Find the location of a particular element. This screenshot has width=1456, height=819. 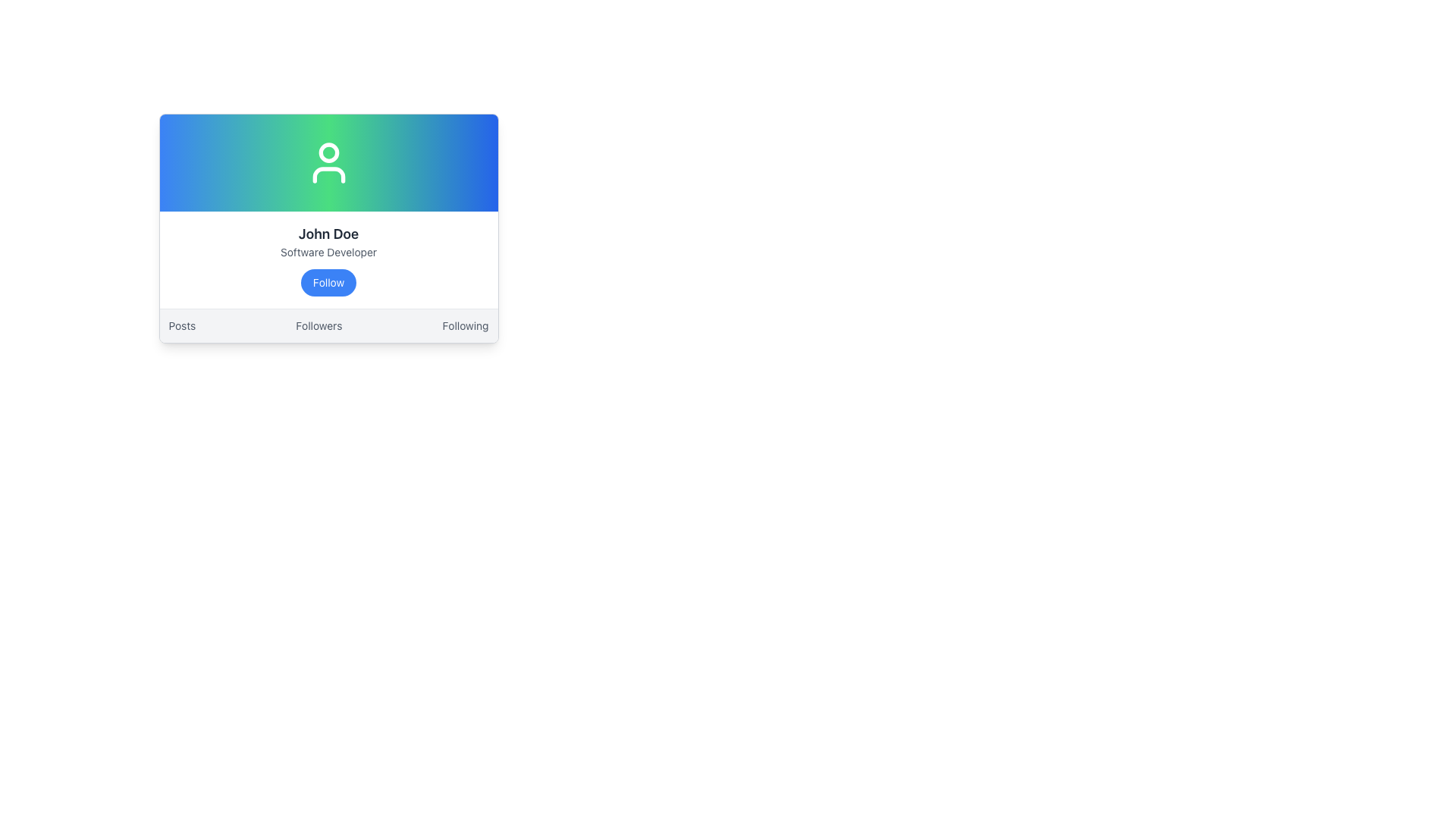

the 'Following' hyperlink element located at the far right of the navigation bar is located at coordinates (465, 325).